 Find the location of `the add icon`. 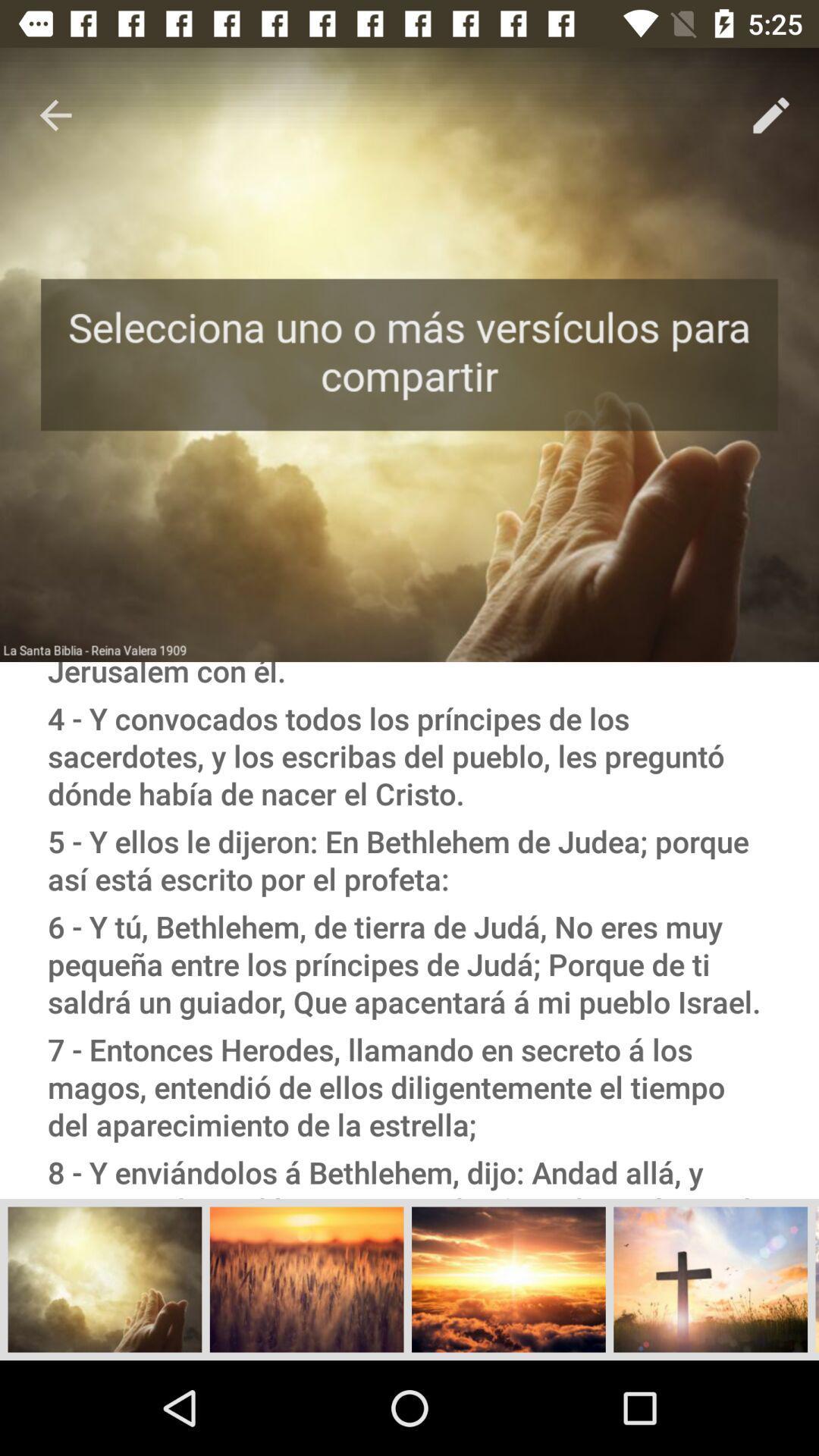

the add icon is located at coordinates (711, 1279).